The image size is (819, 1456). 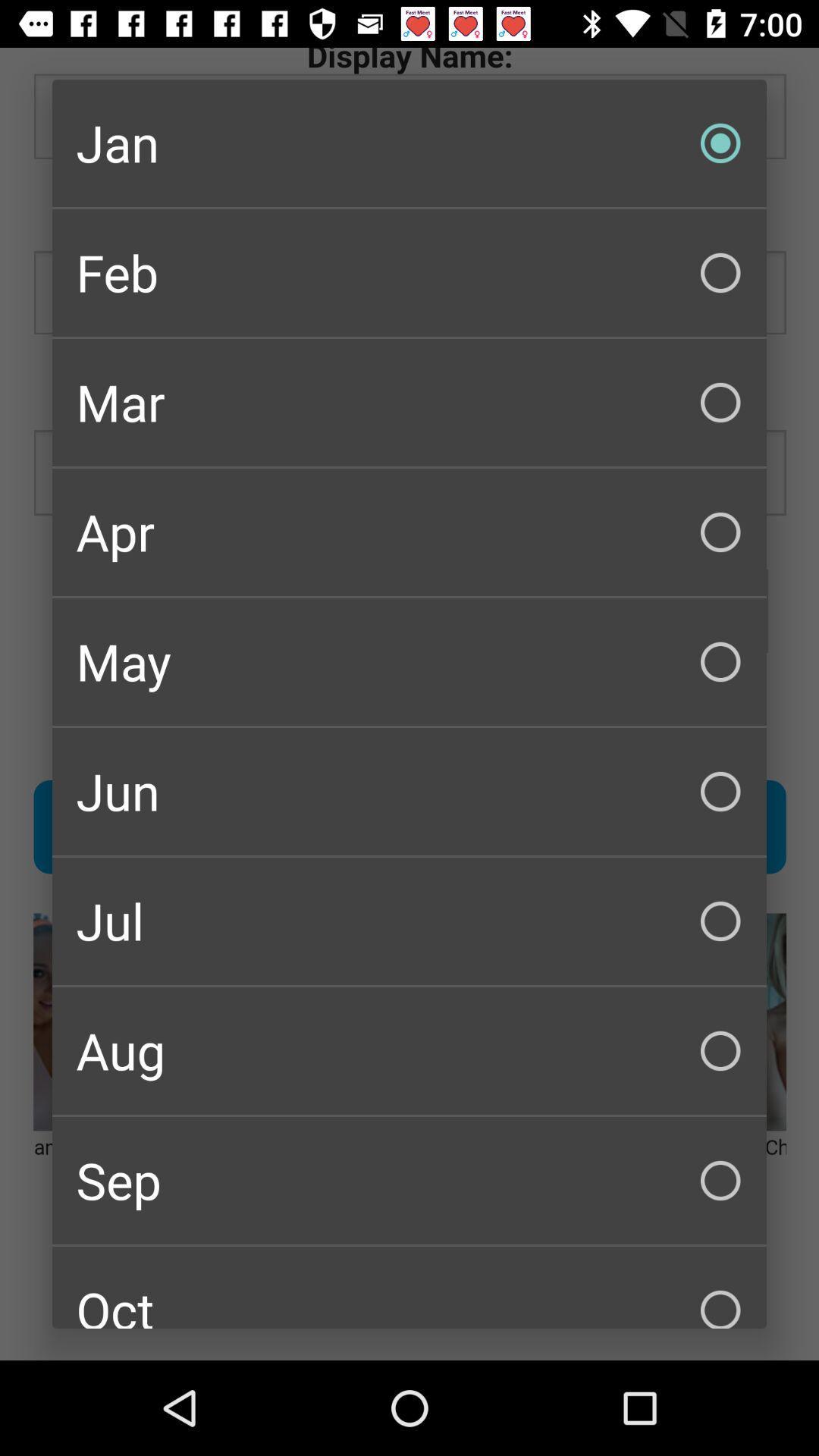 What do you see at coordinates (409, 273) in the screenshot?
I see `the feb` at bounding box center [409, 273].